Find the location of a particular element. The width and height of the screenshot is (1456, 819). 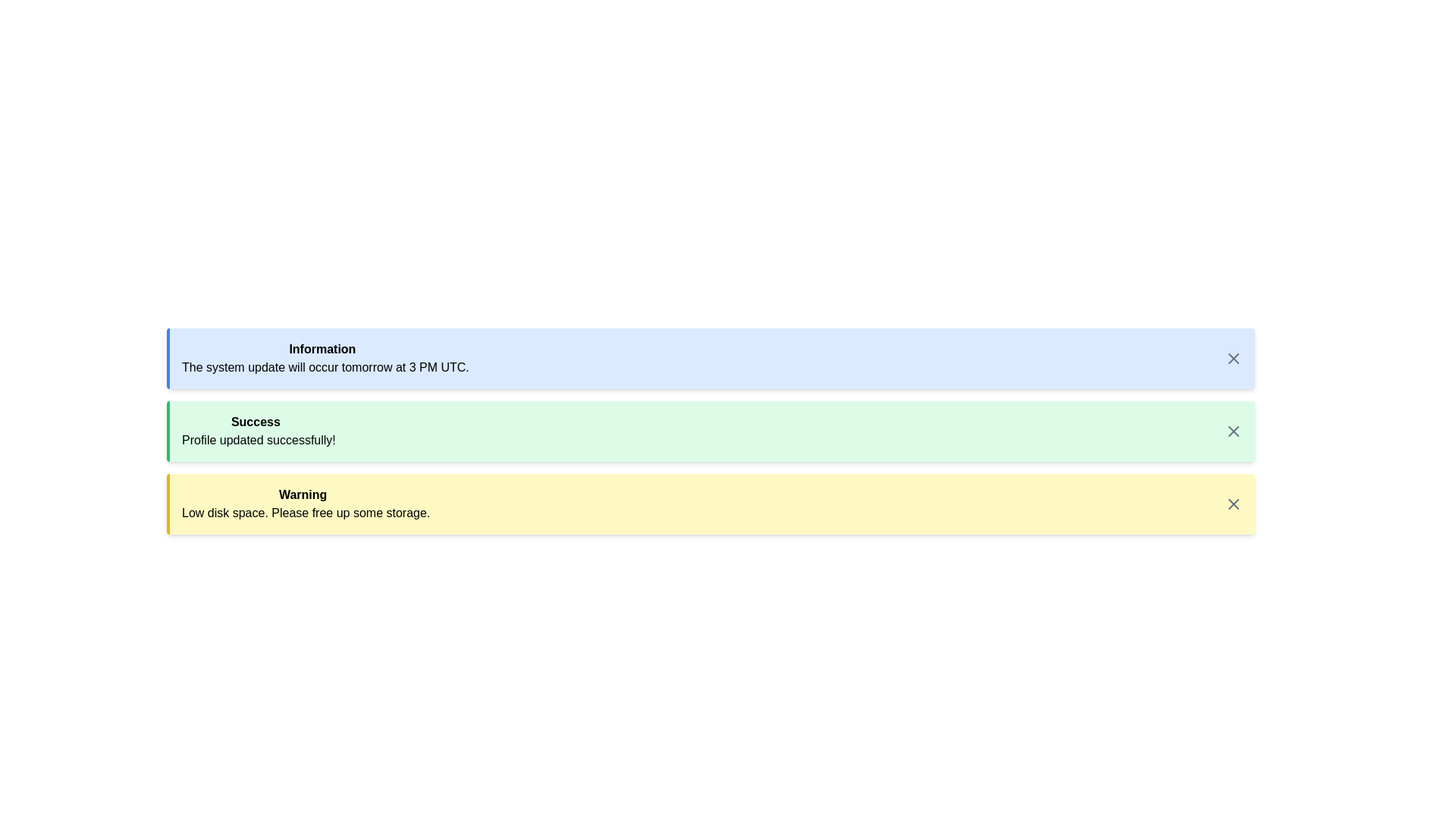

the bold and underlined text block displaying 'Success' located within the green notification card is located at coordinates (256, 422).